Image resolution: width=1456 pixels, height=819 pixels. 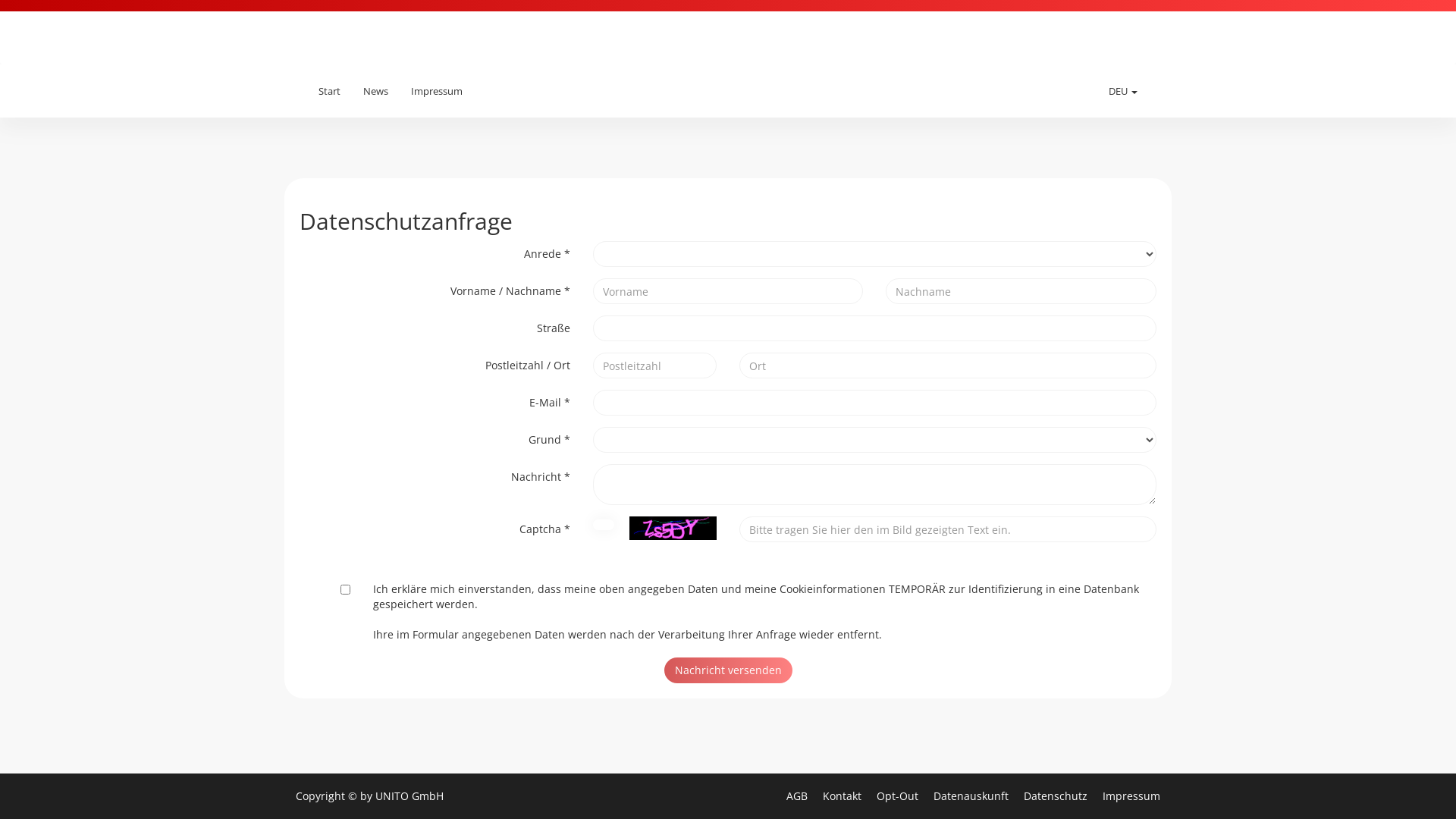 What do you see at coordinates (375, 90) in the screenshot?
I see `'News'` at bounding box center [375, 90].